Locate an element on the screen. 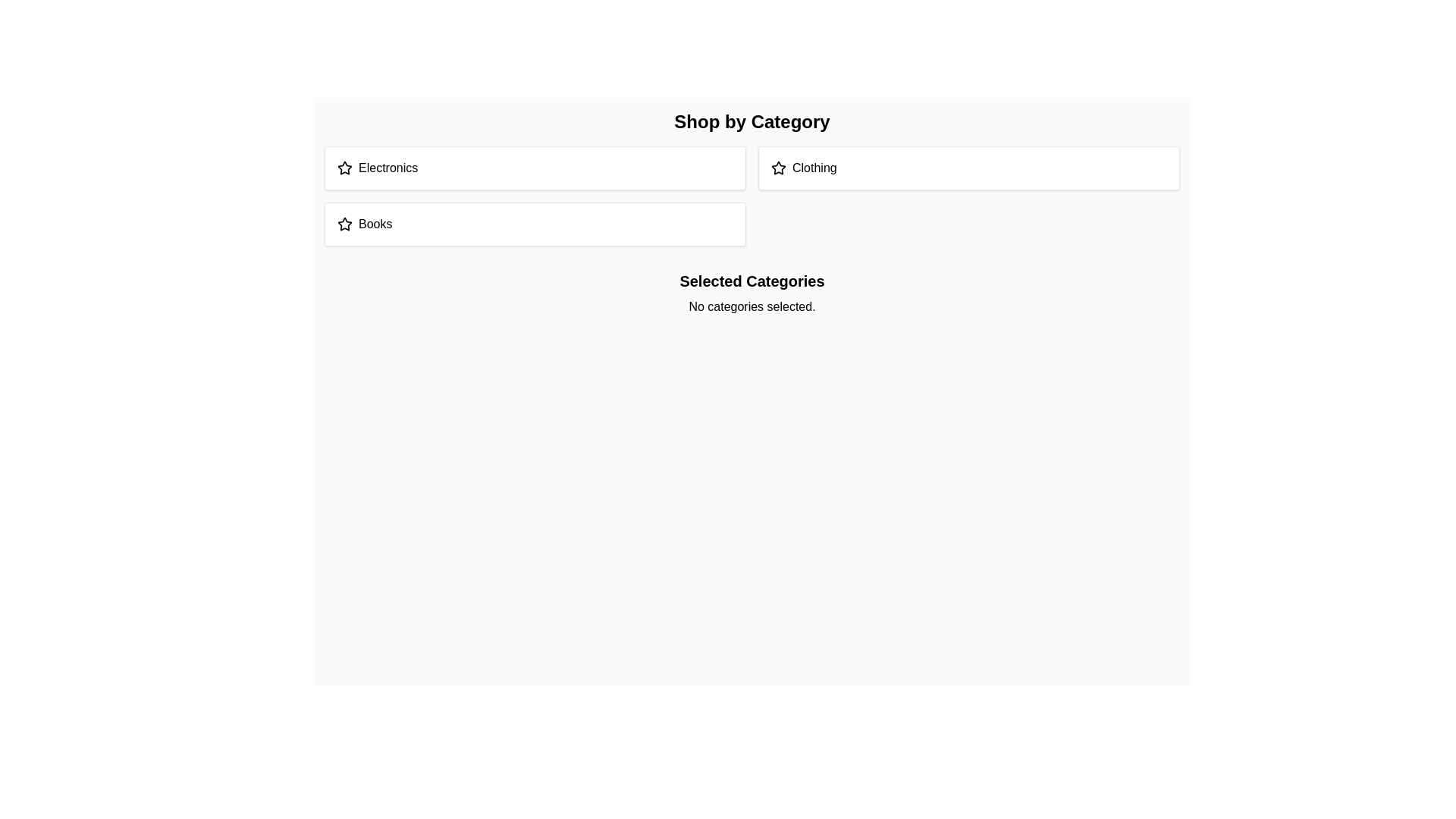  the star-shaped icon with a hollow outline located to the left of the 'Books' button is located at coordinates (344, 224).